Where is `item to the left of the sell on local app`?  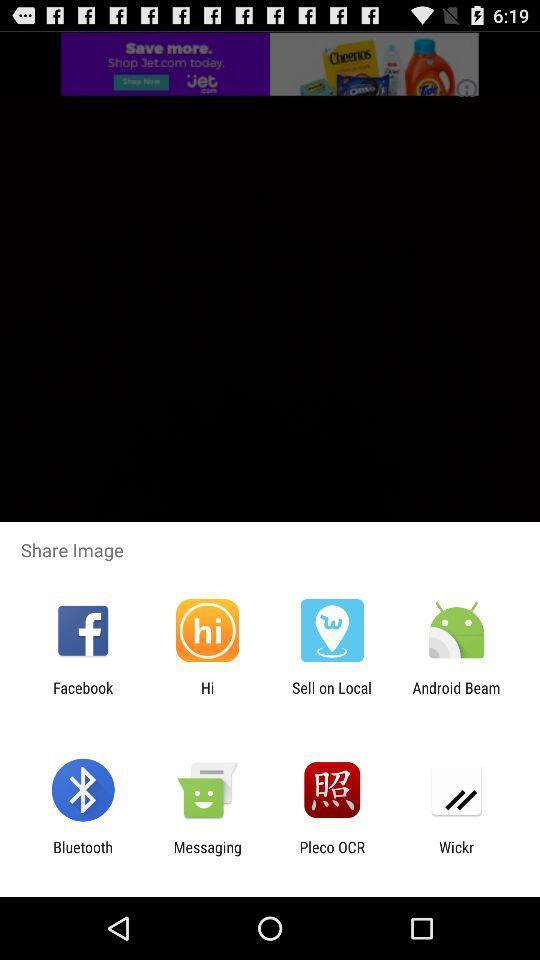 item to the left of the sell on local app is located at coordinates (206, 696).